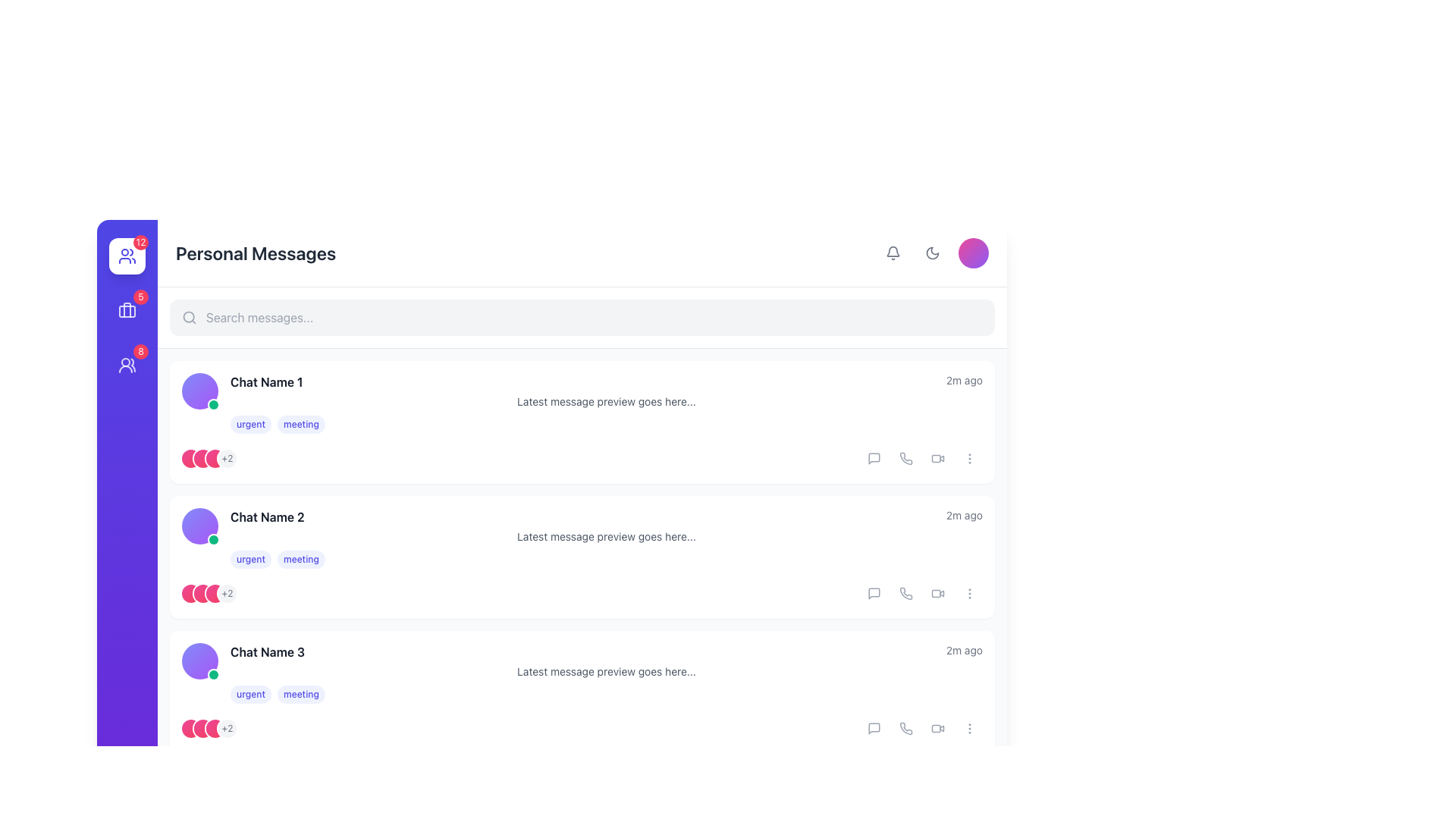  I want to click on the urgency tag associated with 'Chat Name 1' in the first chat entry, located horizontally next to the 'meeting' tag, so click(251, 424).